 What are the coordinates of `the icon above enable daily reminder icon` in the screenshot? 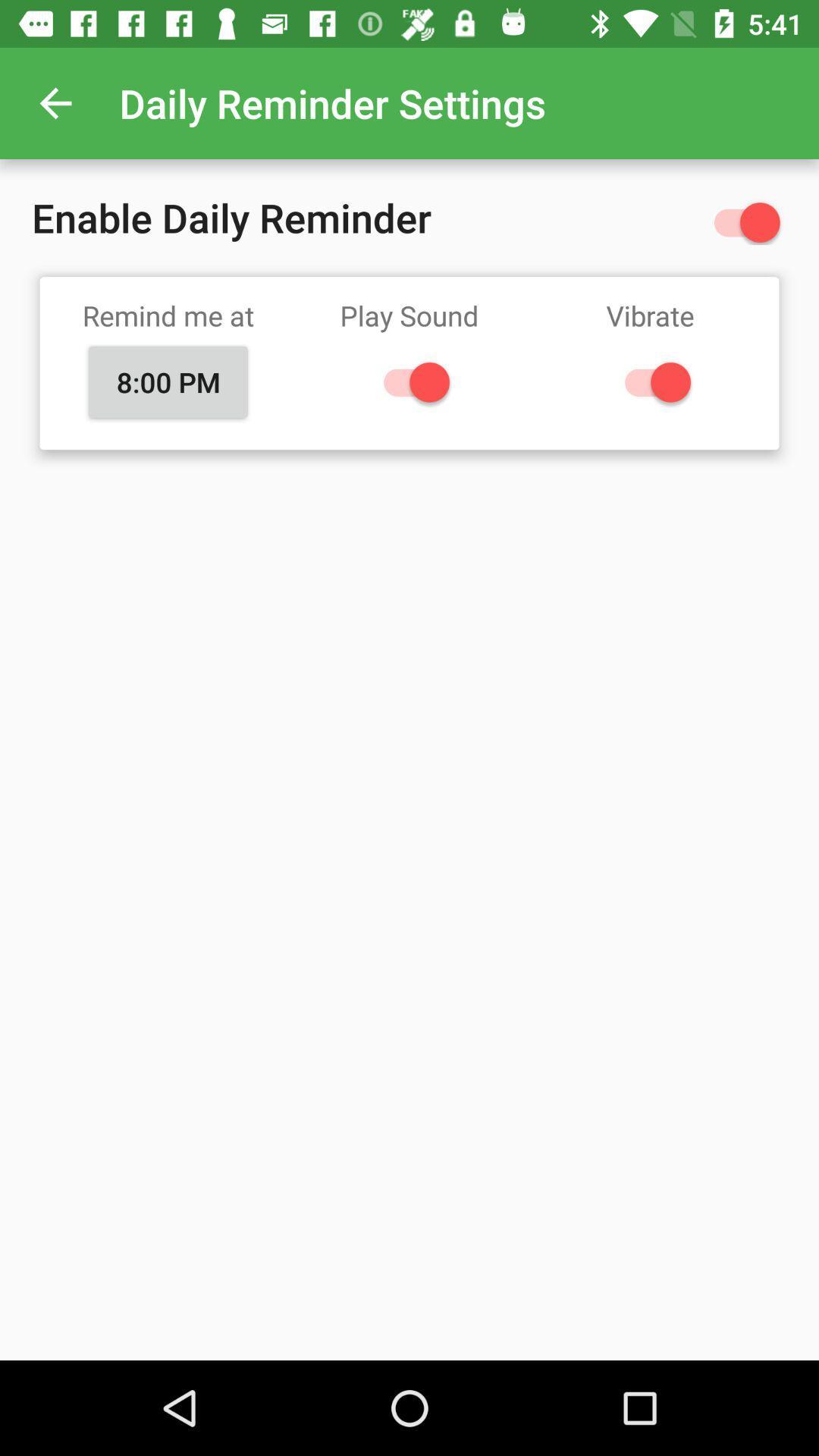 It's located at (55, 102).